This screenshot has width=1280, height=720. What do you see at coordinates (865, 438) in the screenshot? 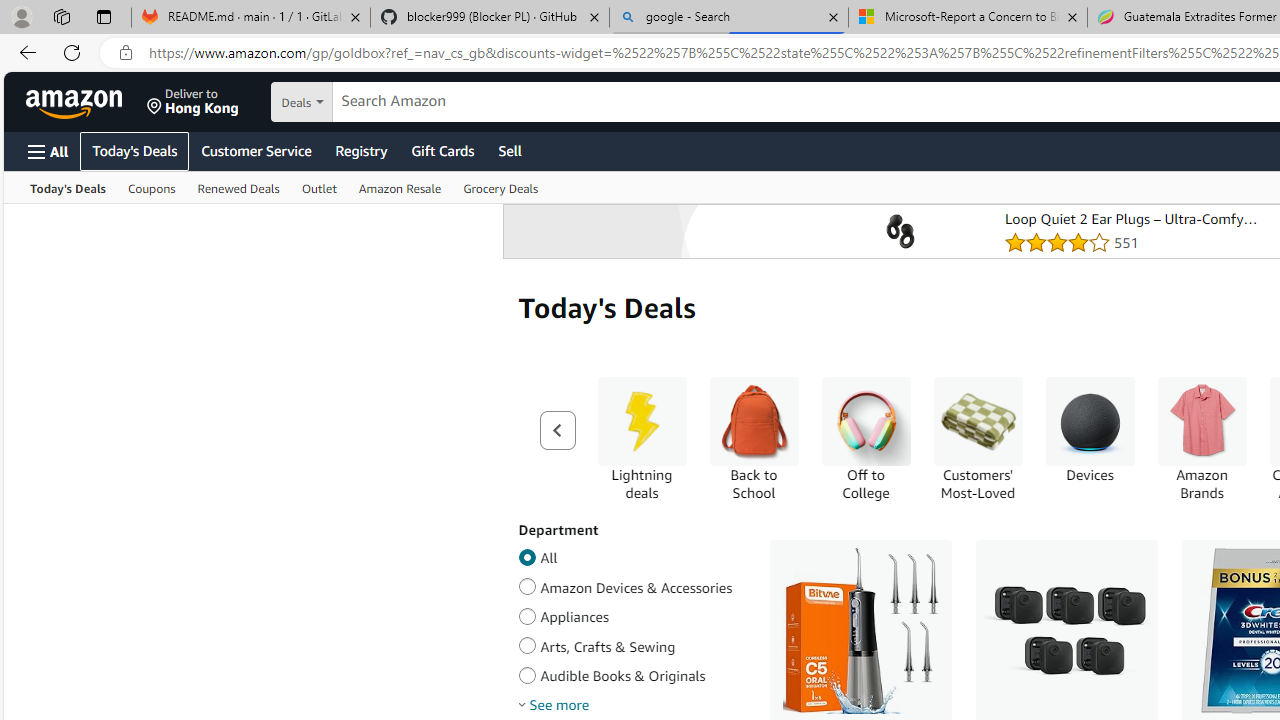
I see `'Off to College Off to College'` at bounding box center [865, 438].